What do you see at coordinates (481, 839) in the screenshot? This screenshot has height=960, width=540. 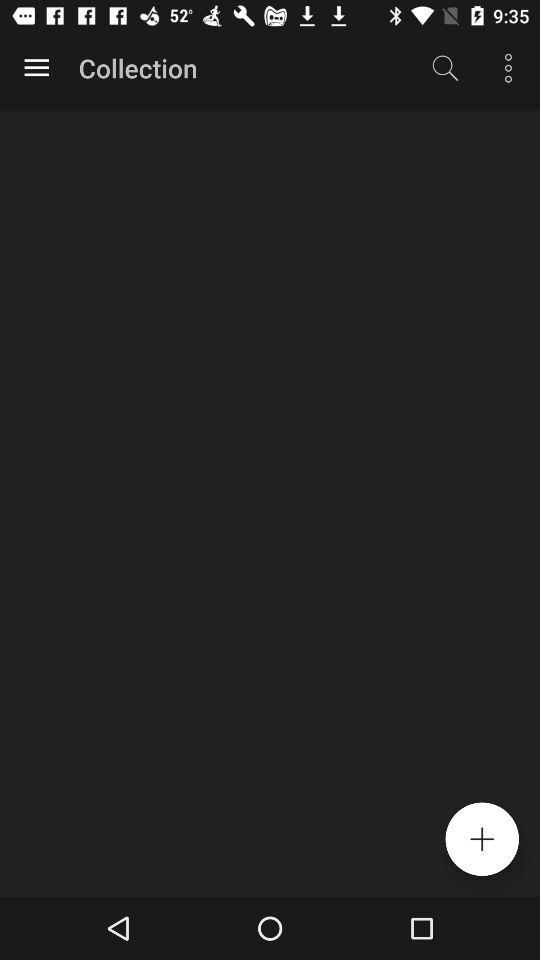 I see `icon at the bottom right corner` at bounding box center [481, 839].